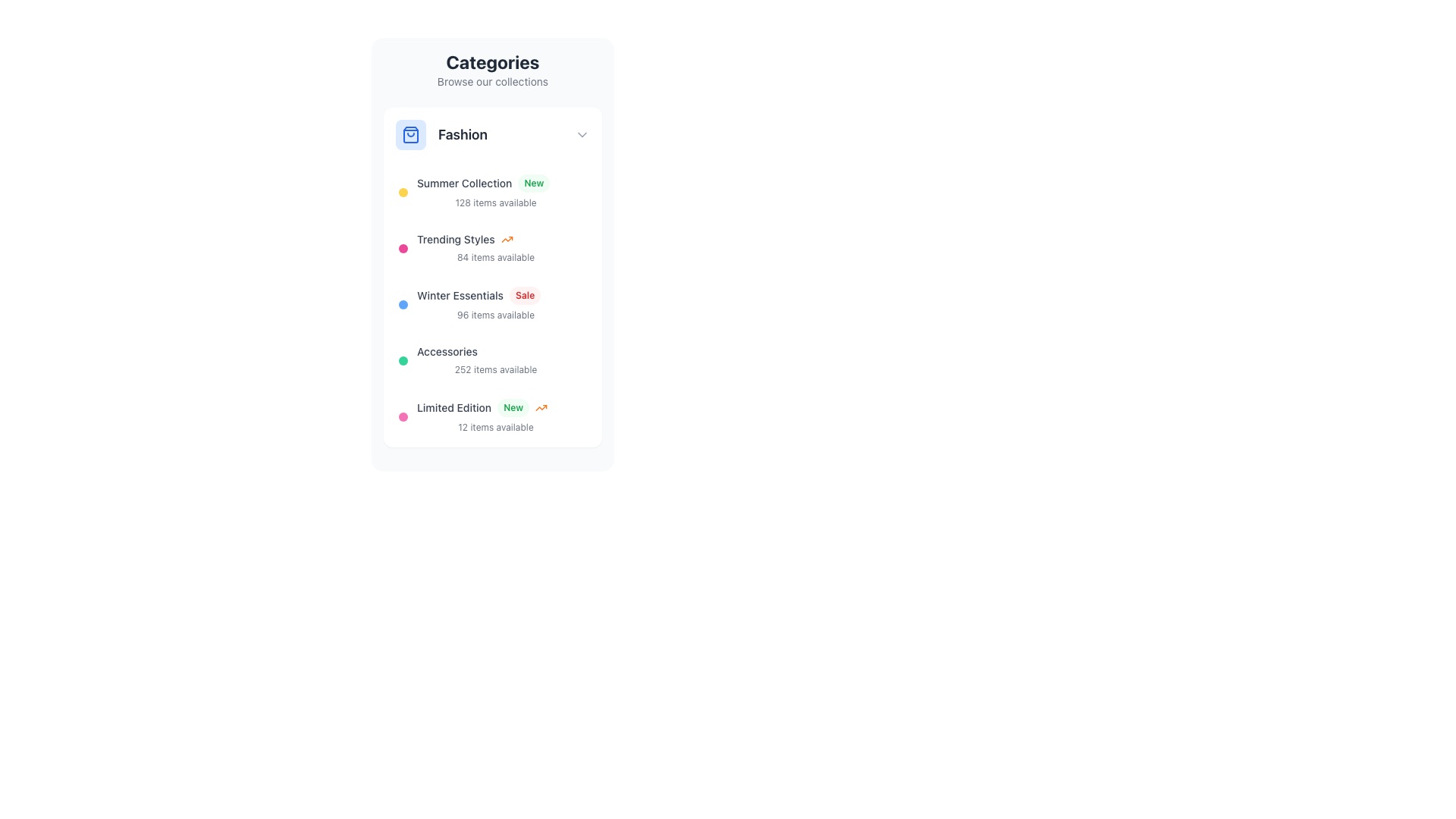 The height and width of the screenshot is (819, 1456). I want to click on the 'New' badge label styled with green text and rounded background, which is positioned to the right of the 'Summer Collection' text in the Fashion category, so click(534, 183).